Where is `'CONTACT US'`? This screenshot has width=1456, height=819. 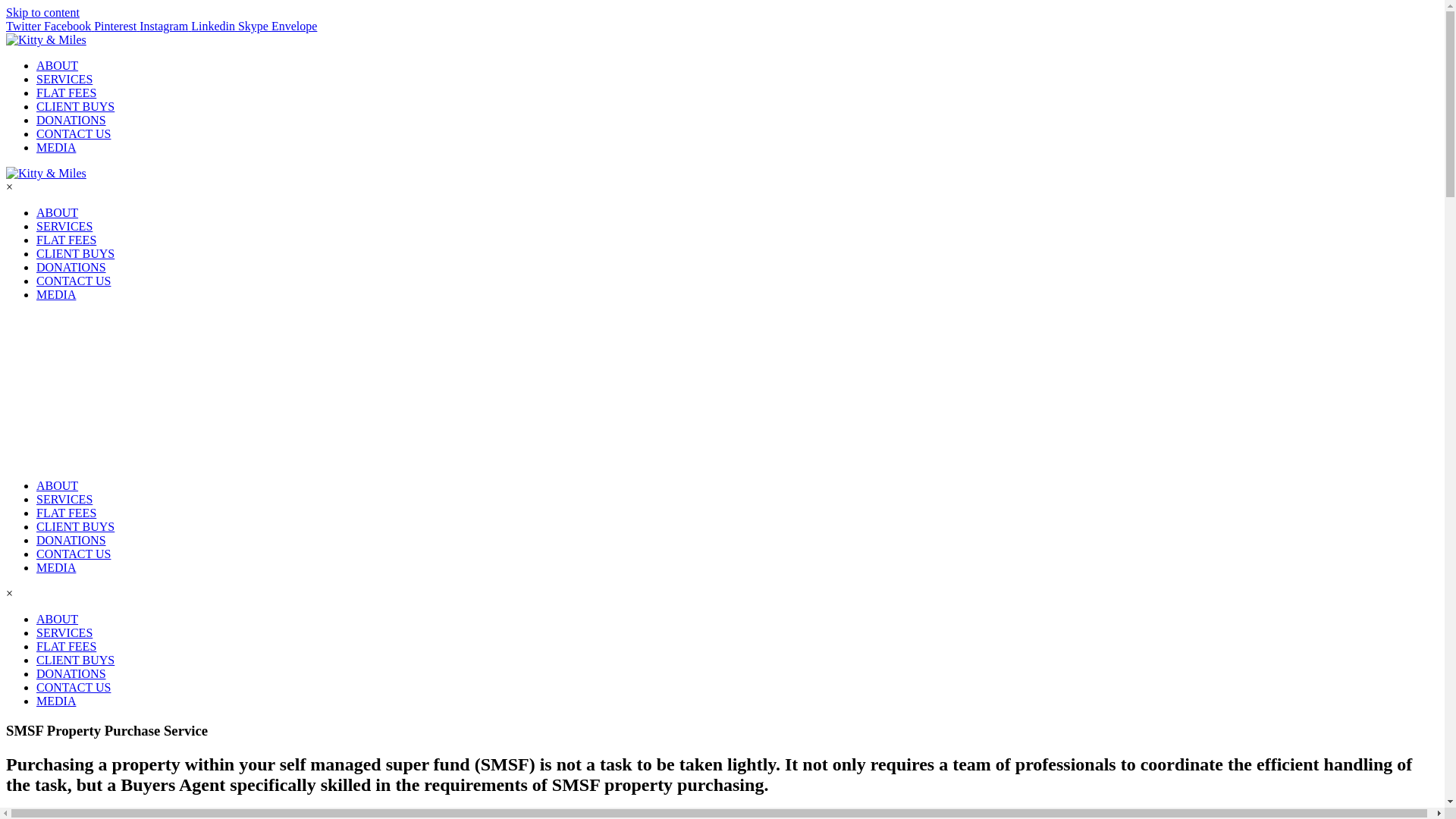 'CONTACT US' is located at coordinates (72, 554).